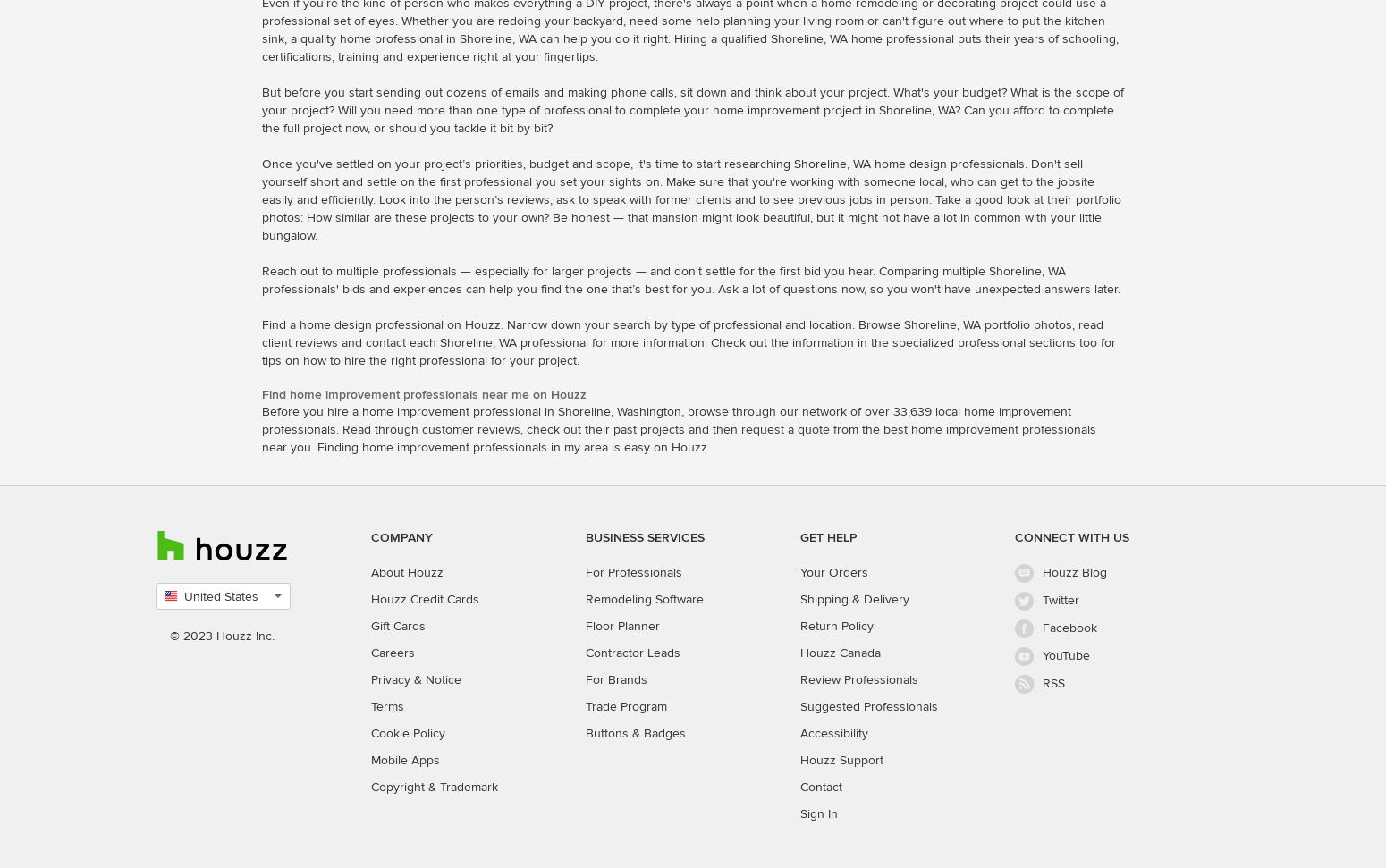 Image resolution: width=1386 pixels, height=868 pixels. I want to click on 'Find a home design professional on Houzz. Narrow down your search by type of professional and location. Browse Shoreline, WA portfolio photos, read client reviews and contact each Shoreline, WA professional for more information. Check out the information in the specialized professional sections too for tips on how to hire the right professional for your project.', so click(261, 341).